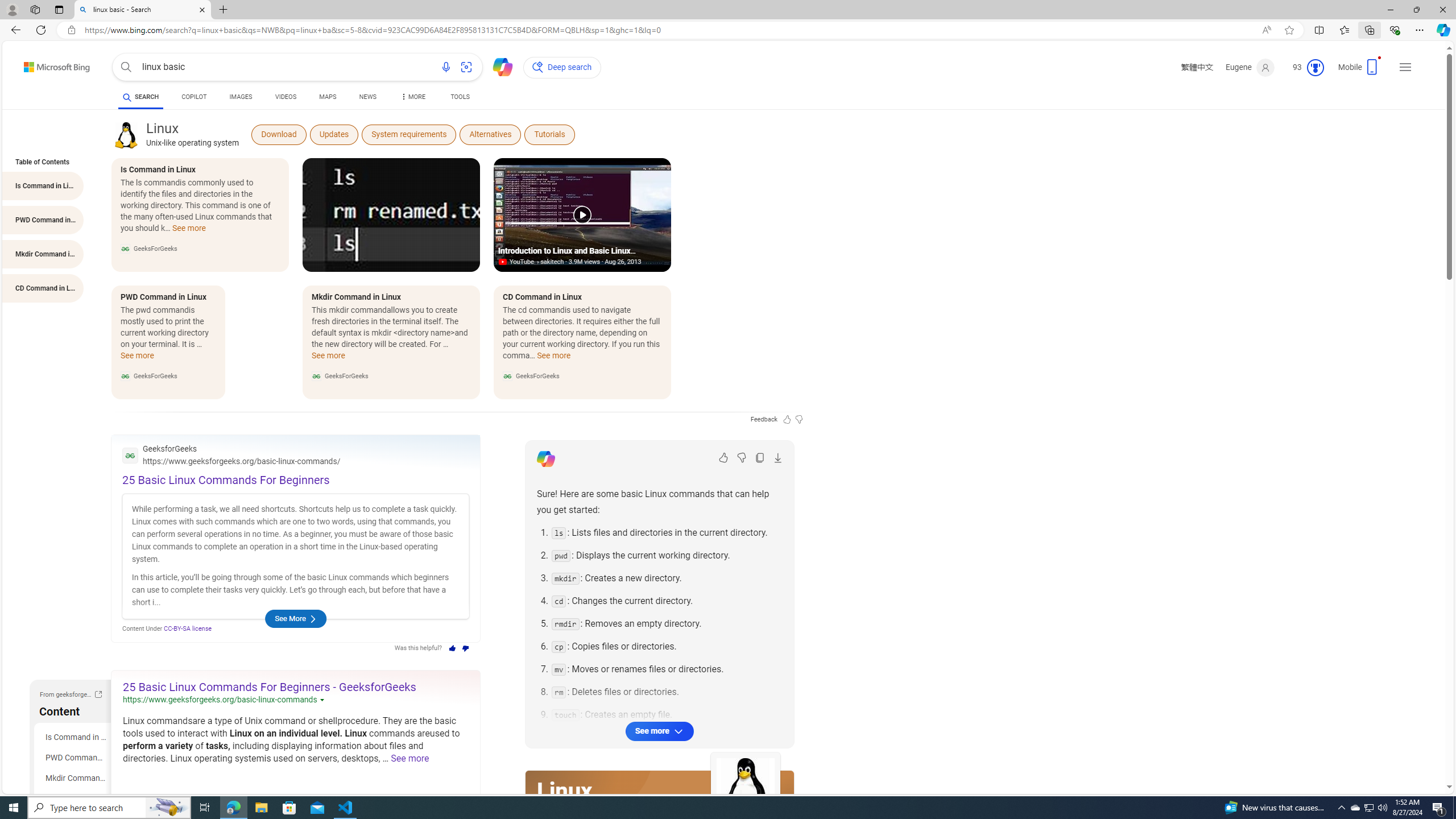 The width and height of the screenshot is (1456, 819). Describe the element at coordinates (408, 134) in the screenshot. I see `'System requirements'` at that location.